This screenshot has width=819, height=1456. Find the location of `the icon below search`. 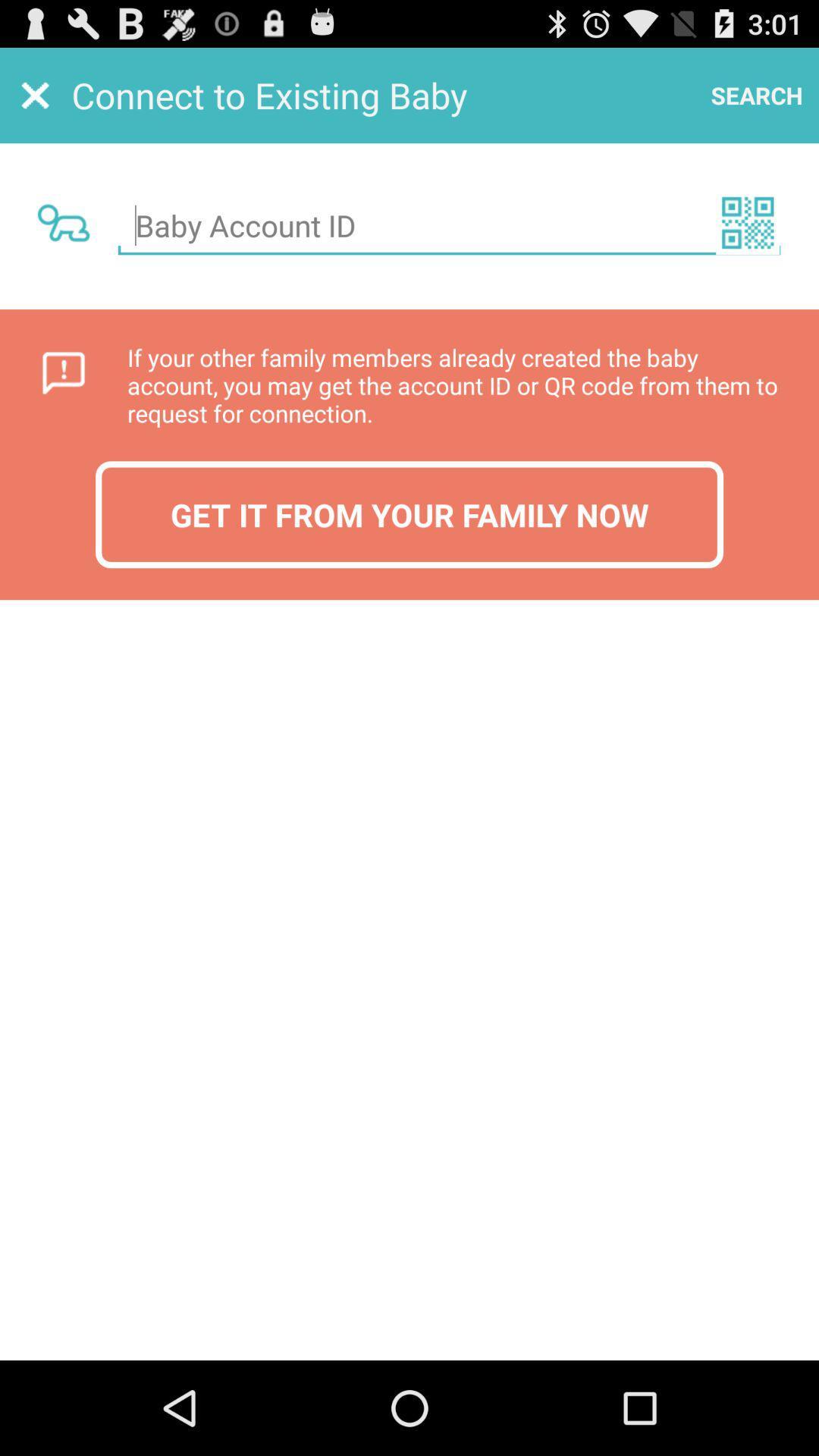

the icon below search is located at coordinates (747, 221).